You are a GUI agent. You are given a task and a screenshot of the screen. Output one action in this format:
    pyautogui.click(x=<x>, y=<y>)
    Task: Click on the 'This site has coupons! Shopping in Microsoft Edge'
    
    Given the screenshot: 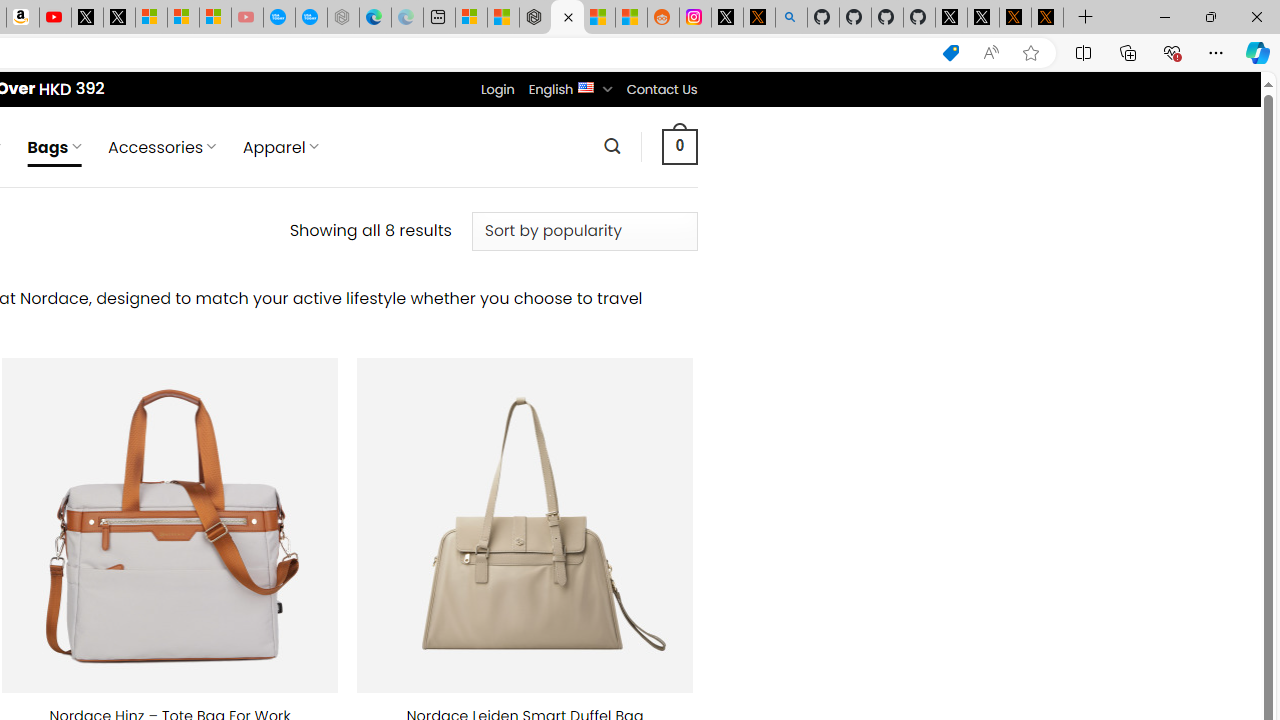 What is the action you would take?
    pyautogui.click(x=950, y=52)
    